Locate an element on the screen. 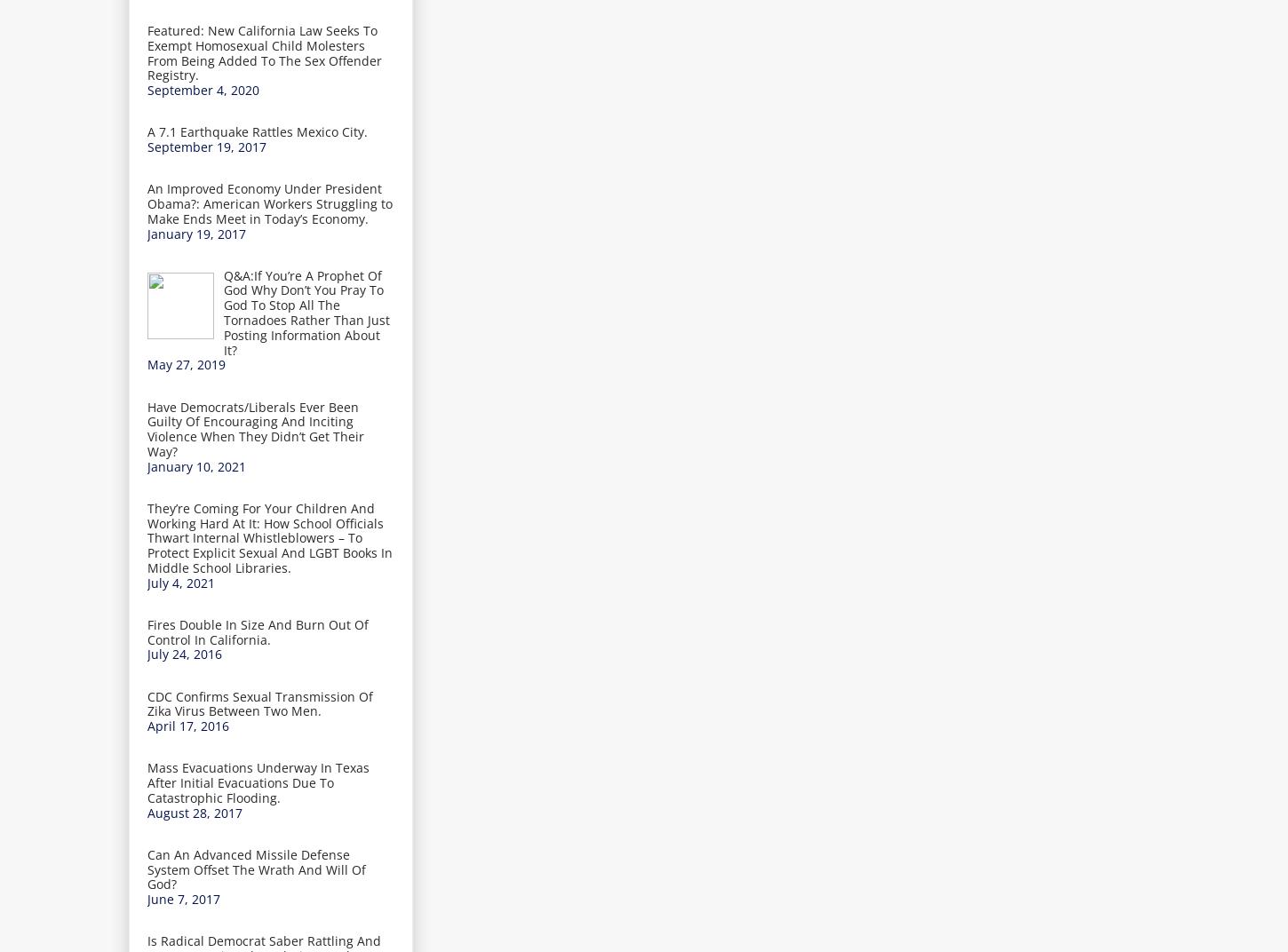 The width and height of the screenshot is (1288, 952). 'April 17, 2016' is located at coordinates (187, 725).